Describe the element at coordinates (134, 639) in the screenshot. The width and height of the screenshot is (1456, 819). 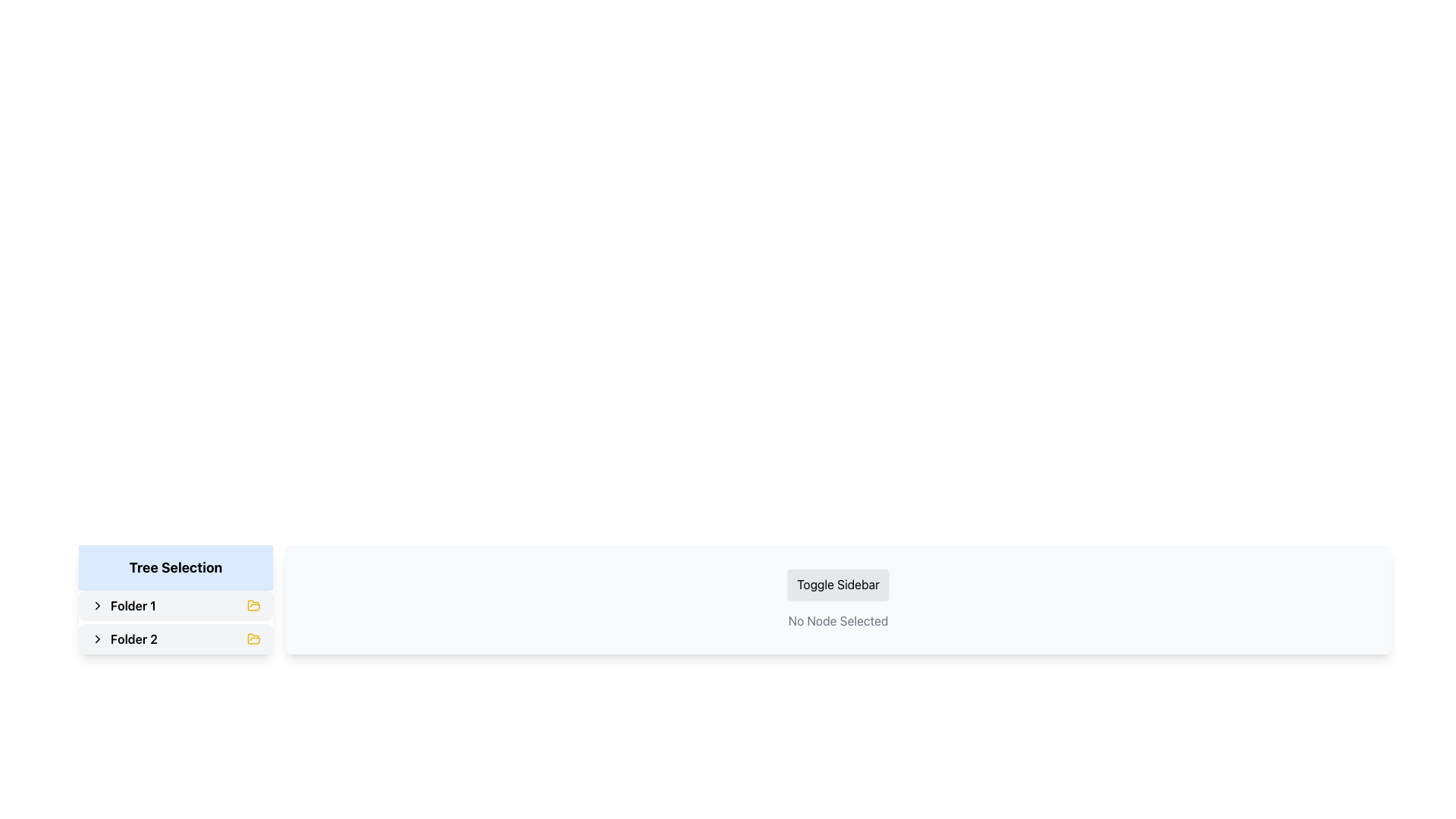
I see `the text label displaying 'Folder 2', which is styled with a bold font and positioned to the right of a triangular icon and a folder glyph in the Tree Selection section` at that location.